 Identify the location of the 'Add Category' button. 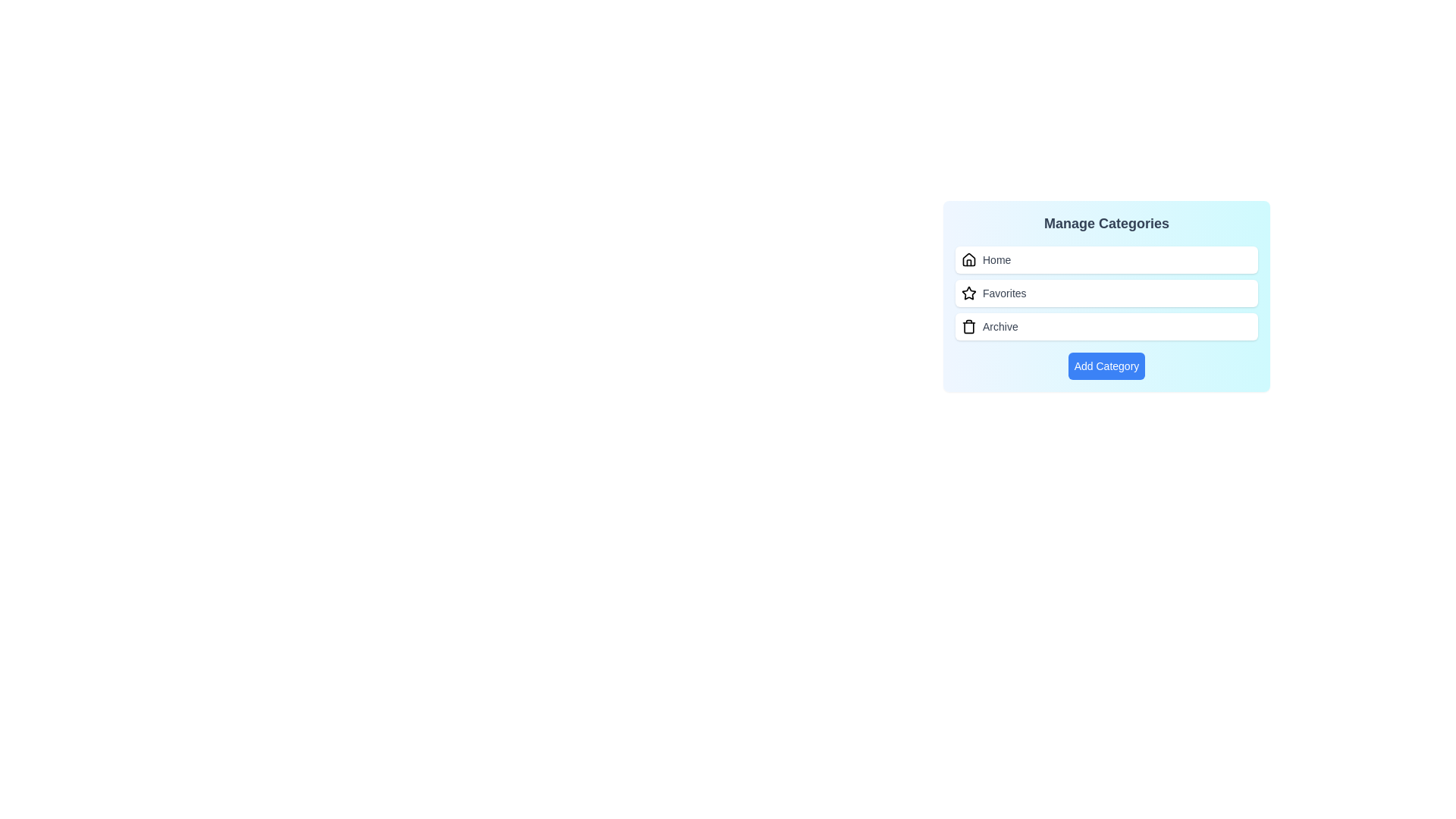
(1106, 366).